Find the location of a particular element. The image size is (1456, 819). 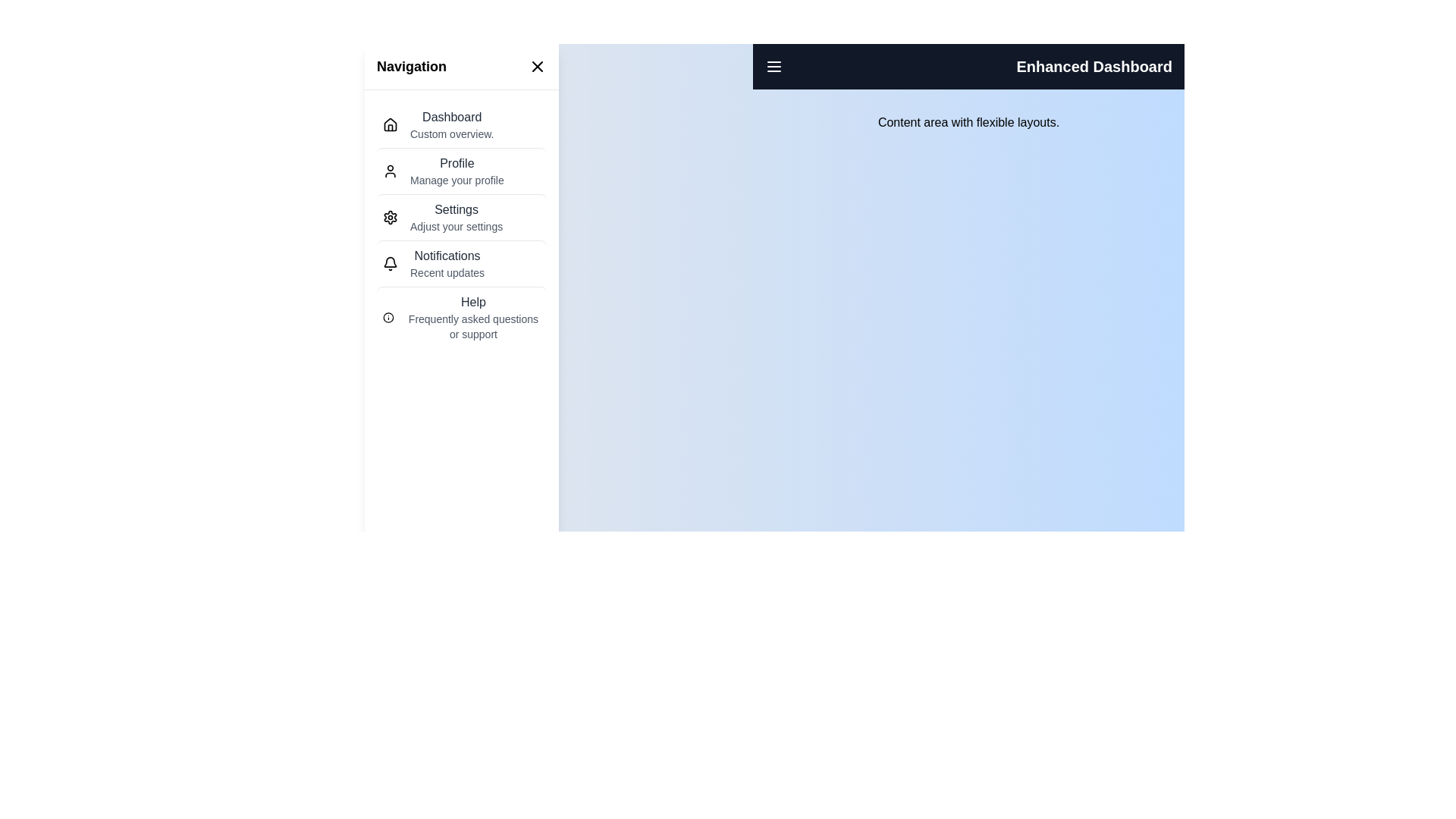

the Navigation Panel located in the left sidebar below the 'Navigation' header is located at coordinates (461, 225).